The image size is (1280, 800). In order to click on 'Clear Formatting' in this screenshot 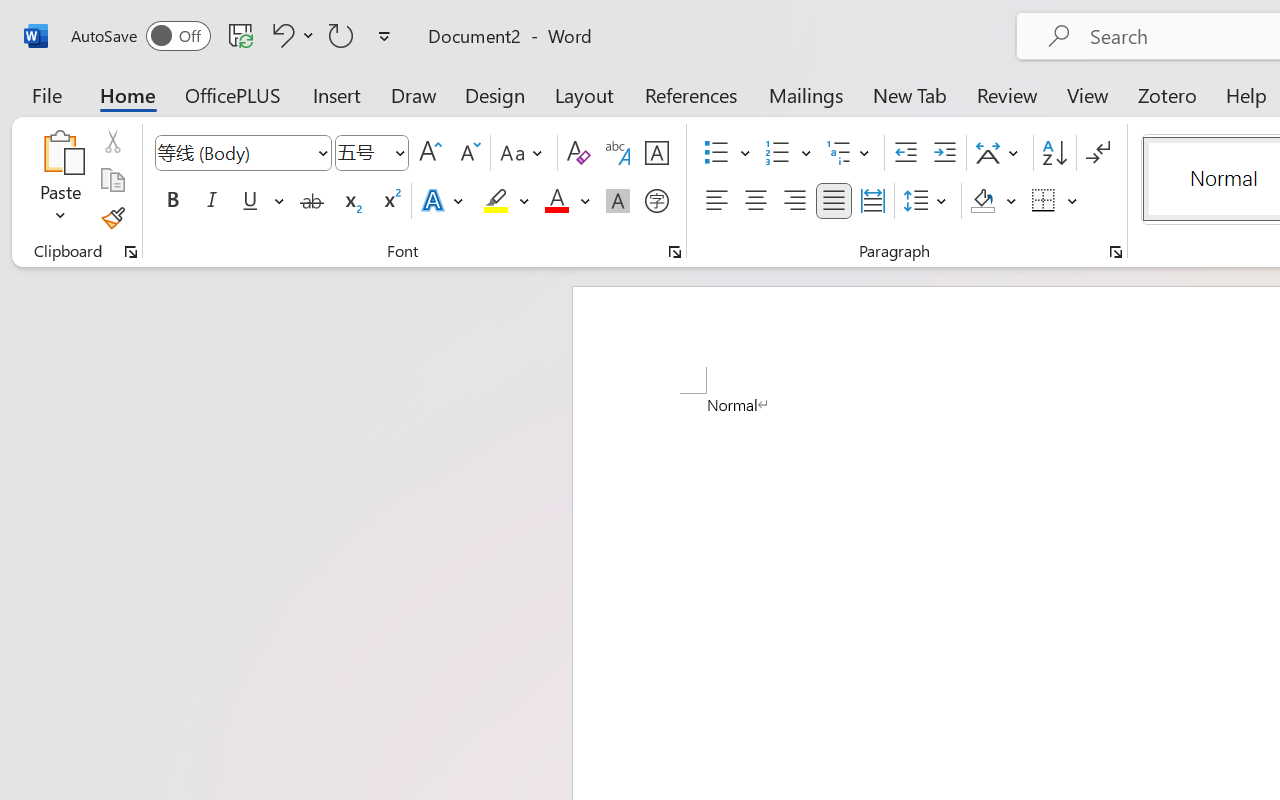, I will do `click(577, 153)`.